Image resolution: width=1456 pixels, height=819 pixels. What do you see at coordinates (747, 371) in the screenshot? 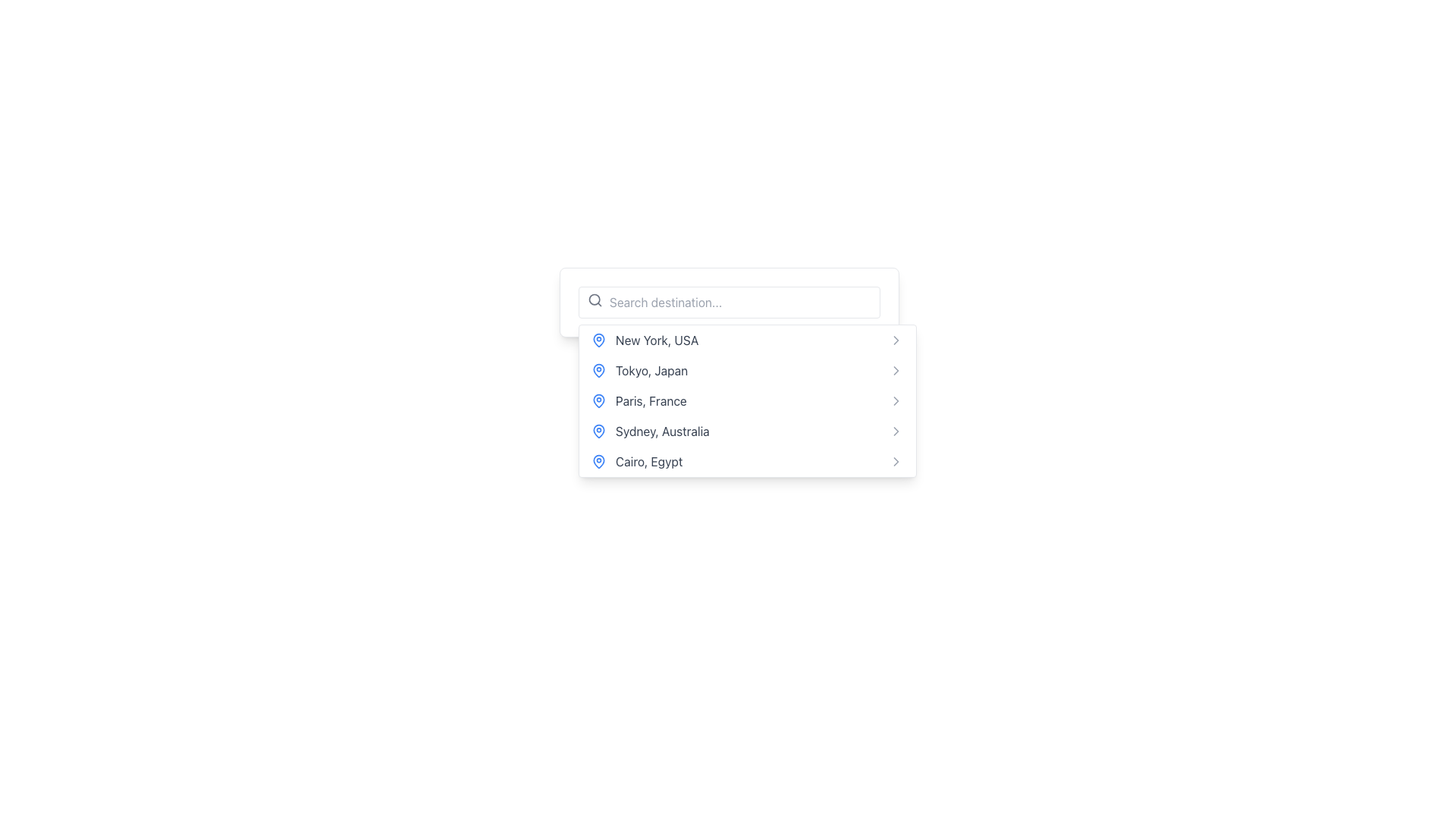
I see `to select the dropdown menu item labeled 'Tokyo, Japan', which is the second item in the list below 'New York, USA'` at bounding box center [747, 371].